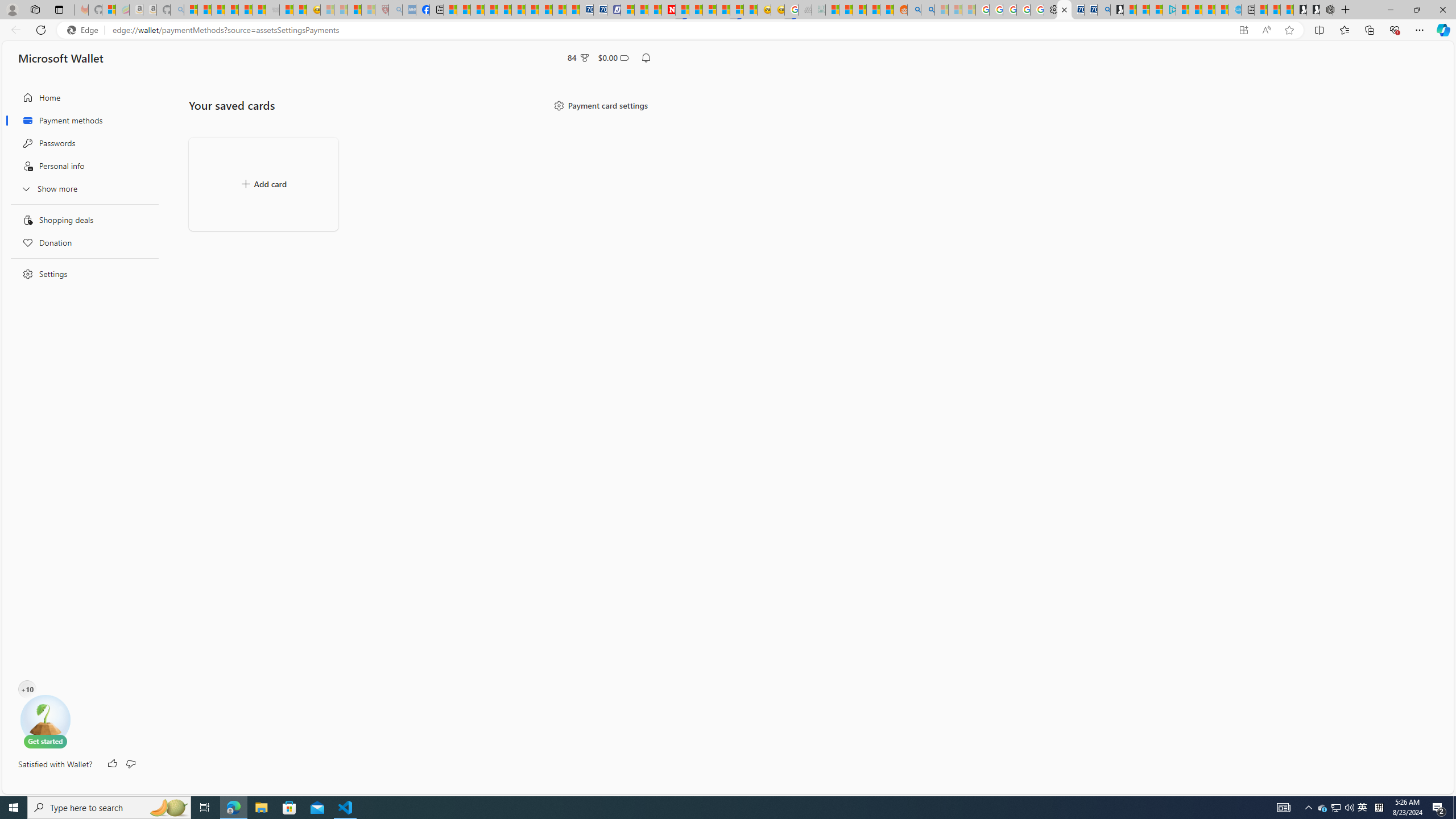  I want to click on 'Payment card settings', so click(600, 105).